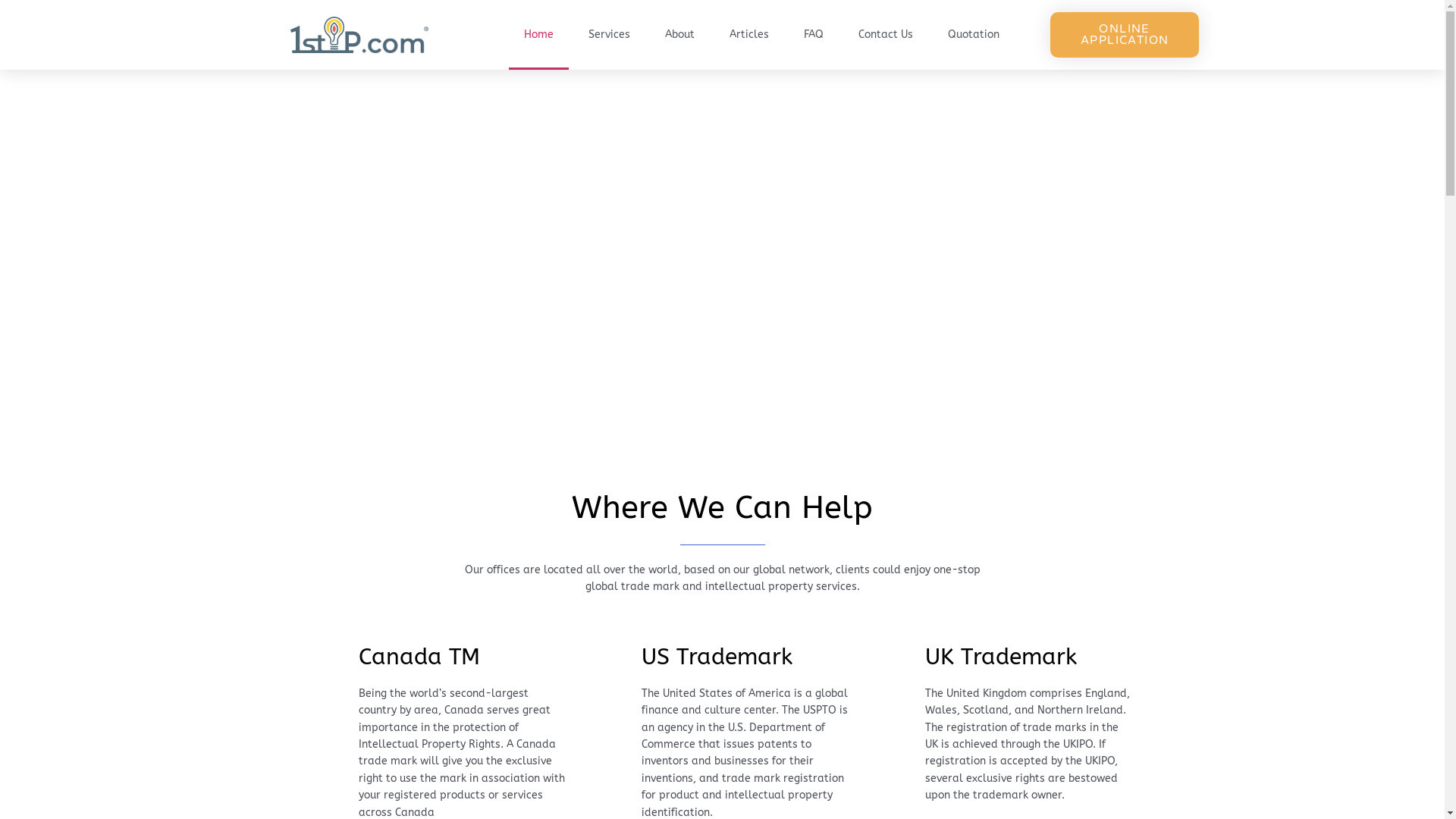  Describe the element at coordinates (973, 34) in the screenshot. I see `'Quotation'` at that location.